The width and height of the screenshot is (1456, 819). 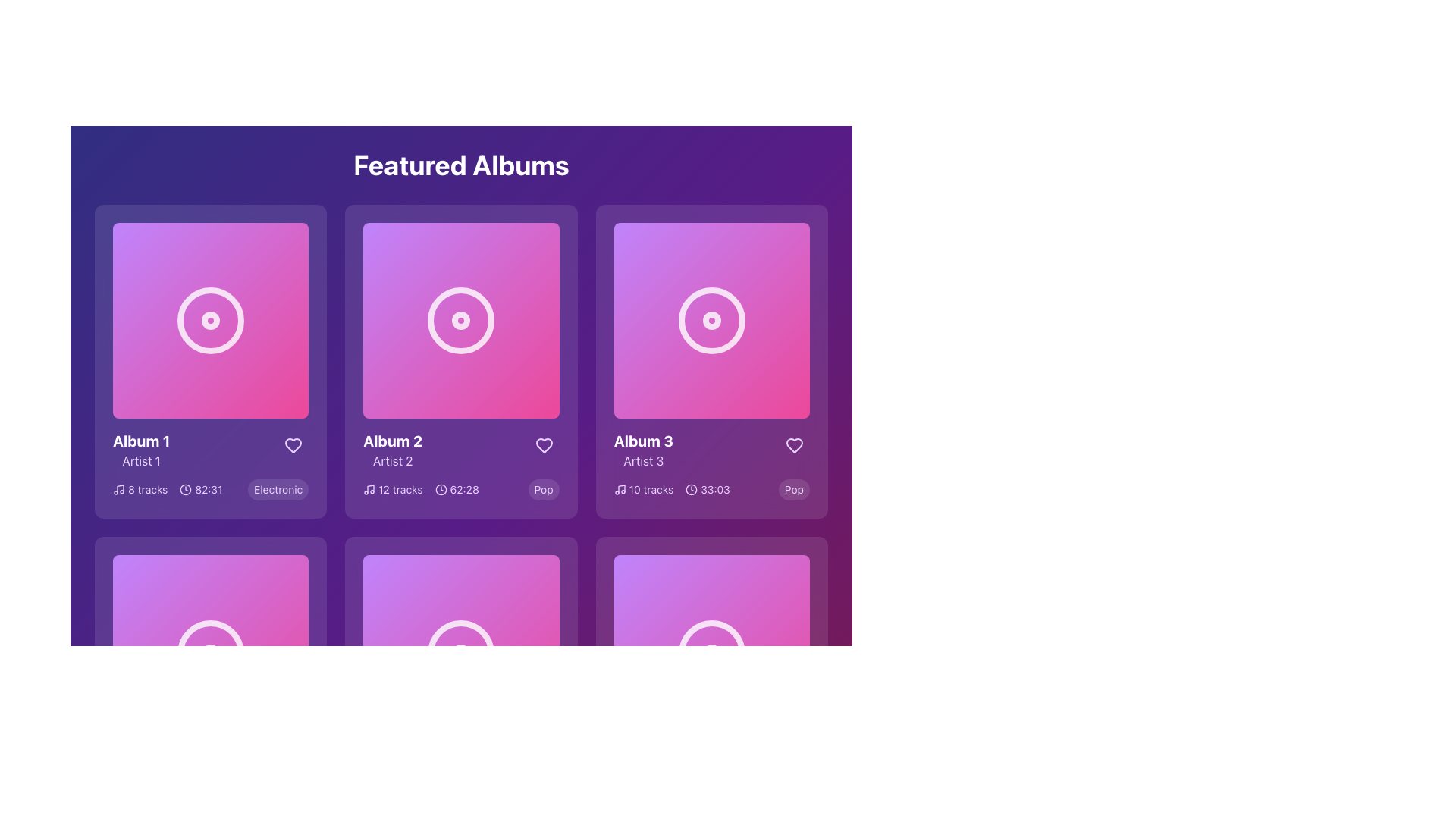 I want to click on the circular outline of the album icon, which is part of a larger disc icon, located in the center of the lower-right grid item, so click(x=711, y=652).